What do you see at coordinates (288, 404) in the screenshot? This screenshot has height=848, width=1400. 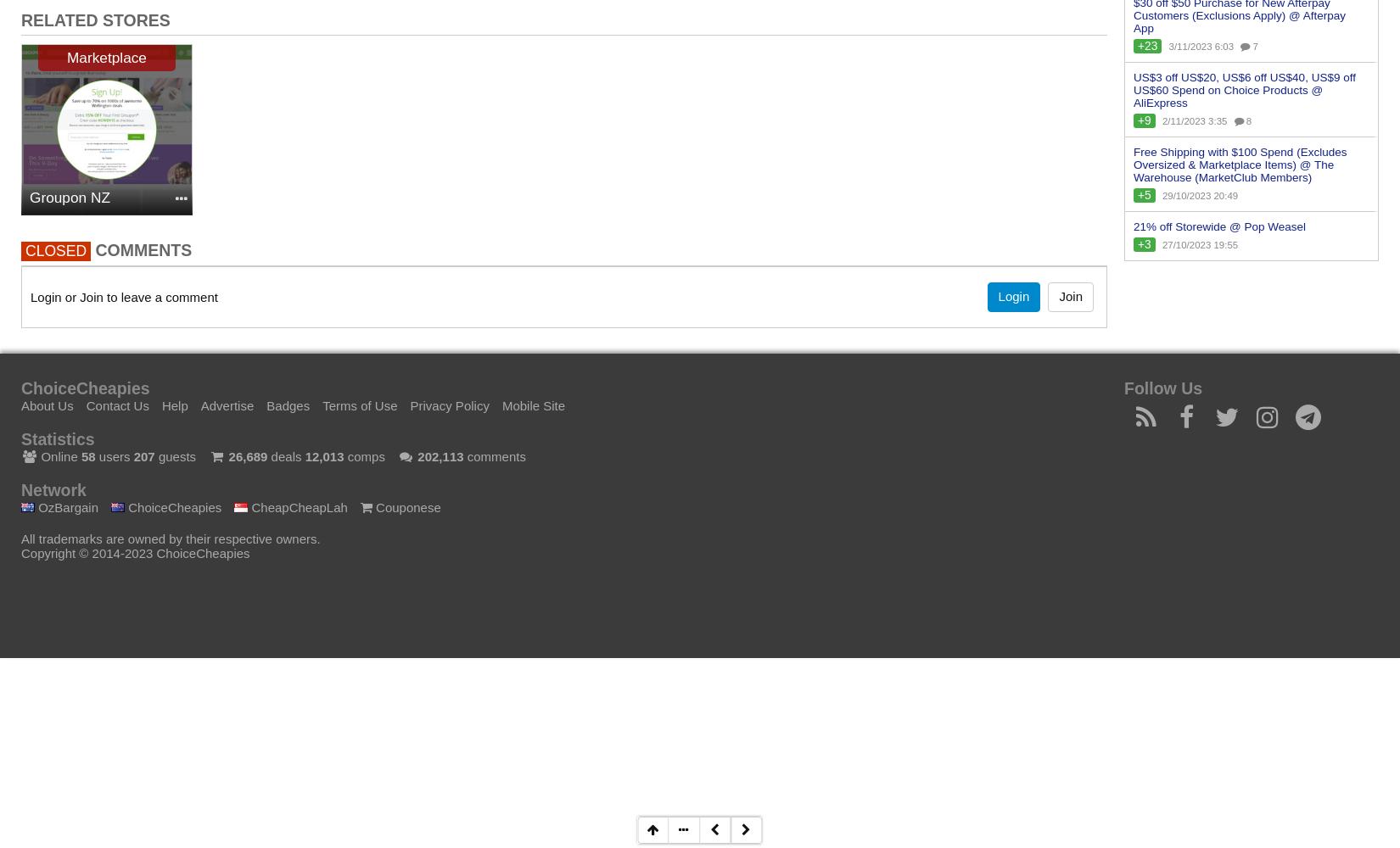 I see `'Badges'` at bounding box center [288, 404].